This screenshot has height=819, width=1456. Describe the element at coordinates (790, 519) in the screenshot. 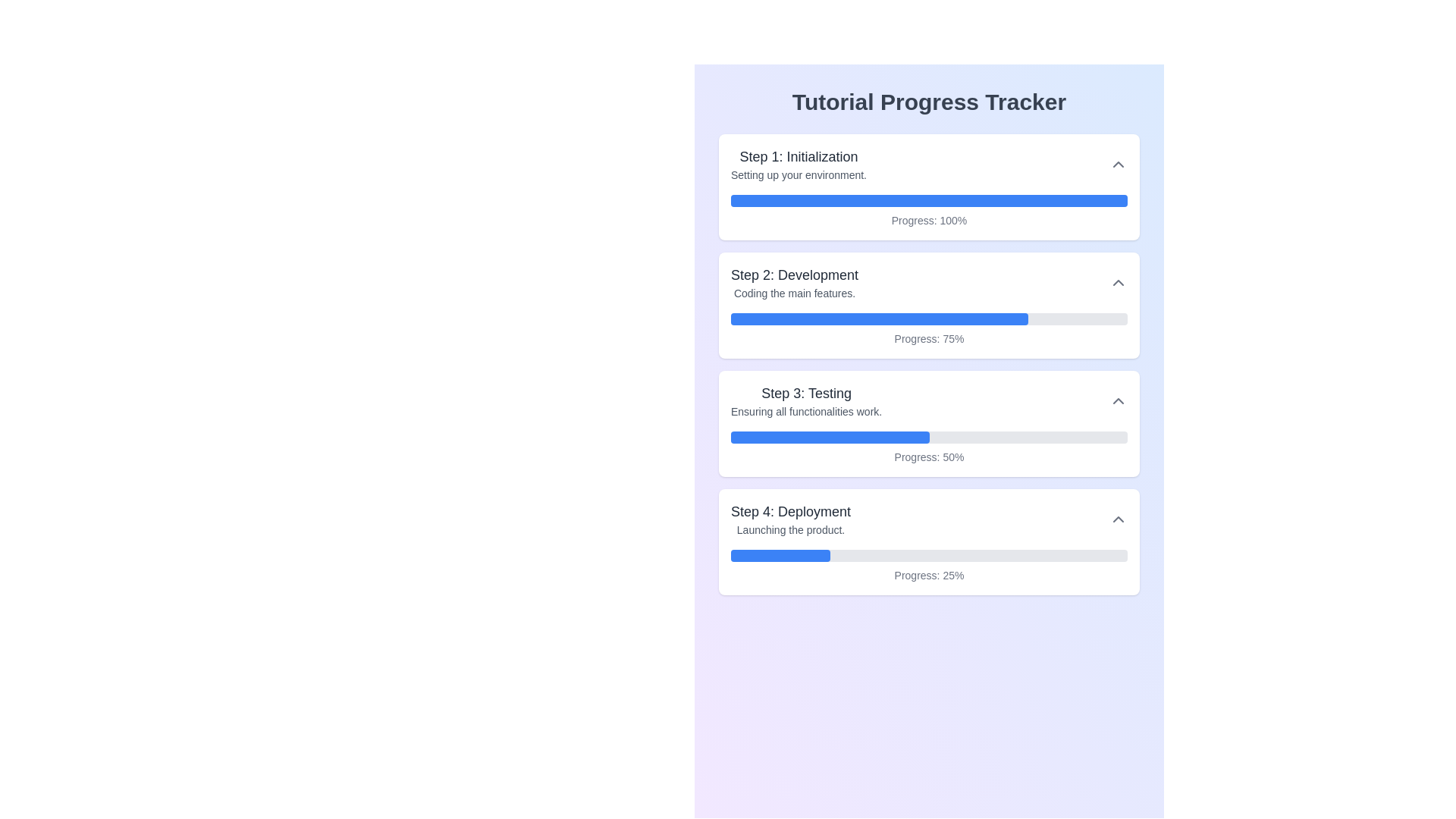

I see `the Text Block displaying 'Step 4: Deployment' which is part of the progress tracker interface located at the top-left of the fourth progress card` at that location.